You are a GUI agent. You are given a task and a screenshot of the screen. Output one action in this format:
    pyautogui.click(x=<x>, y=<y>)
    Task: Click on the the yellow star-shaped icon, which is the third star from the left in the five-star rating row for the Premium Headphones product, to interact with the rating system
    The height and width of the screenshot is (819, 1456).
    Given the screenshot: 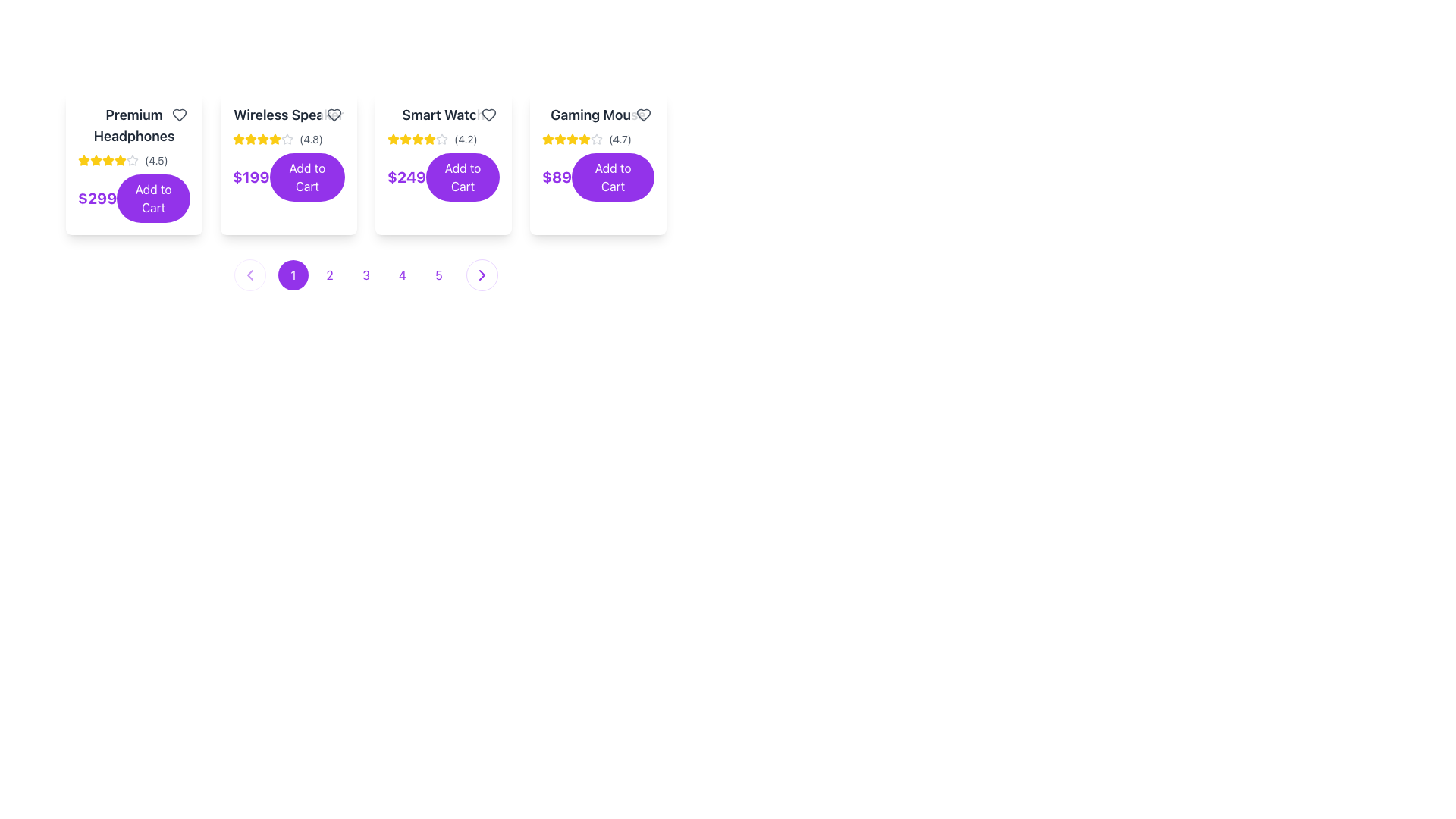 What is the action you would take?
    pyautogui.click(x=119, y=160)
    